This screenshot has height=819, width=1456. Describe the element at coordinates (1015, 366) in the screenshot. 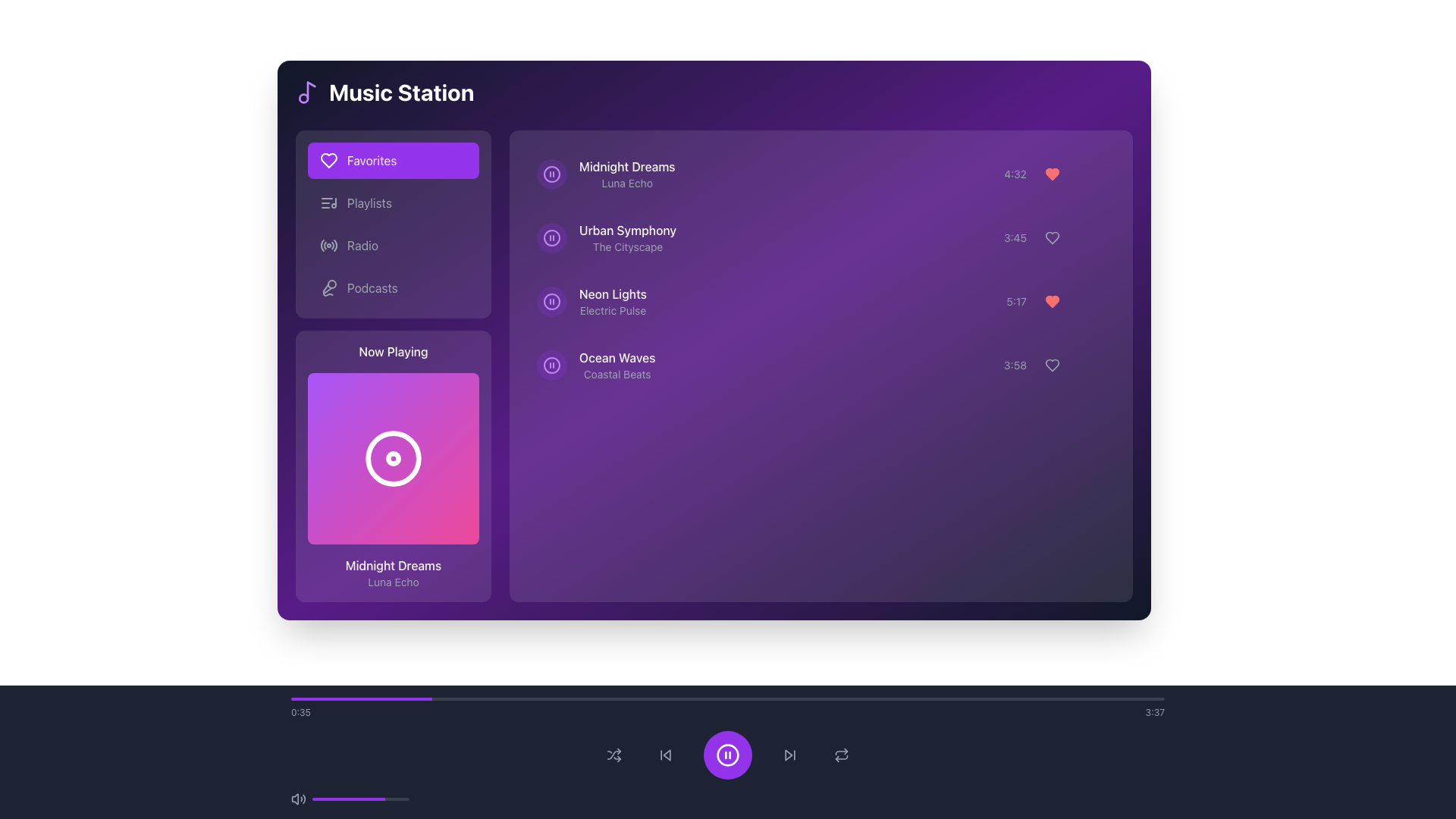

I see `the text label displaying '3:58' in gray font, which is positioned as the last song duration indicator in the playlist interface` at that location.